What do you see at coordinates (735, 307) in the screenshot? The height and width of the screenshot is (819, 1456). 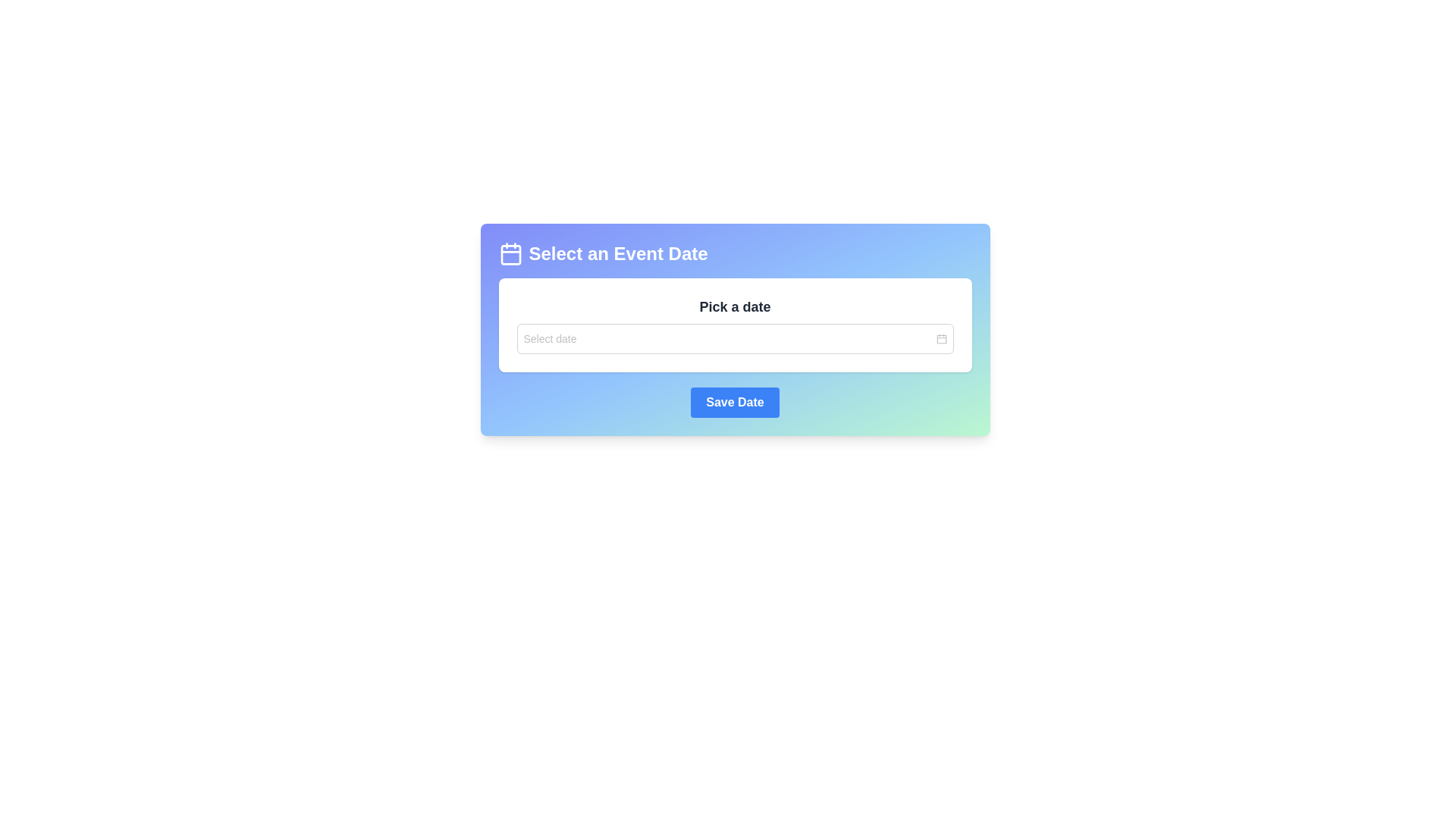 I see `the static text indicating to the user to pick a date, which is positioned above the date input field` at bounding box center [735, 307].